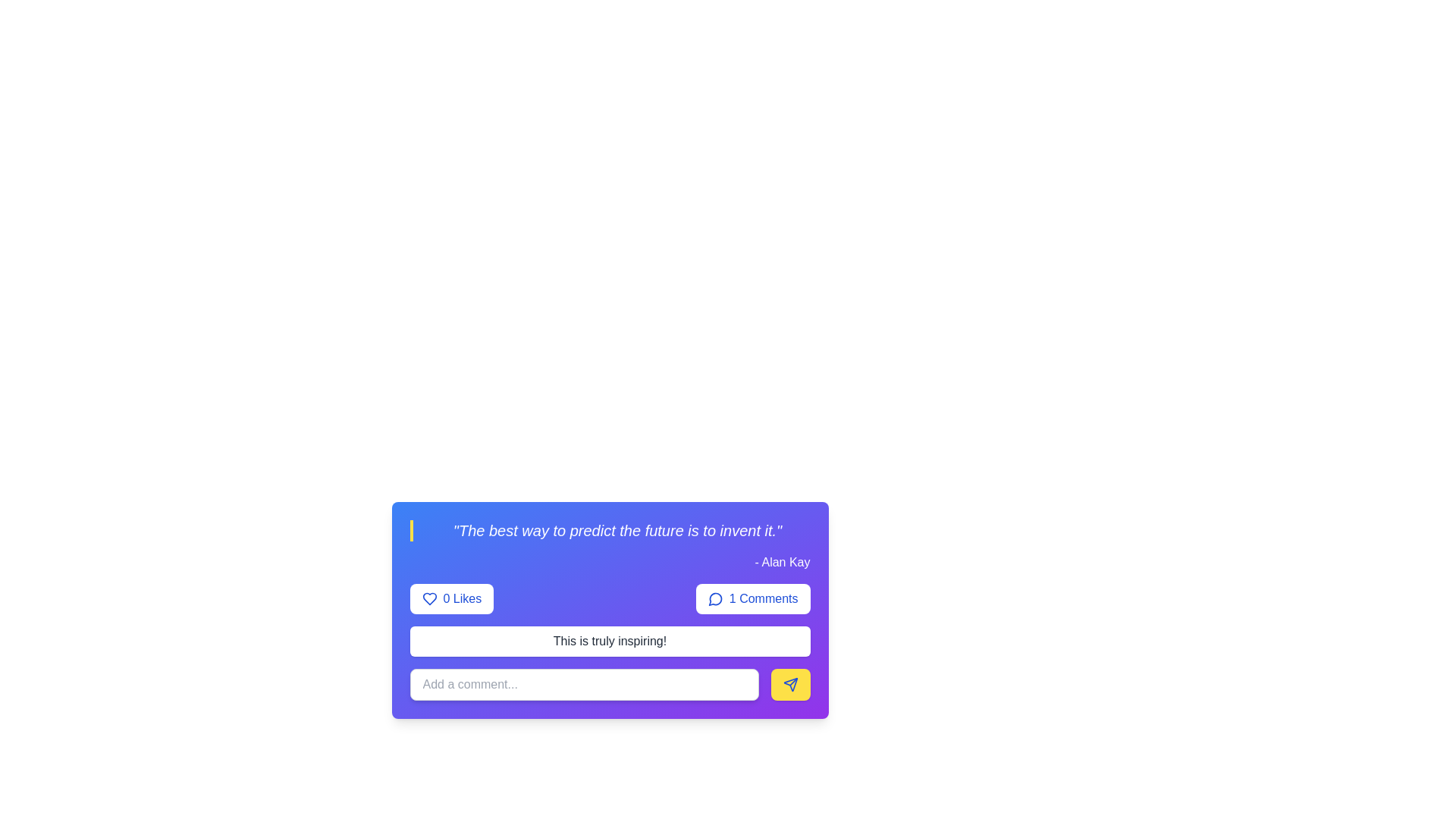 The height and width of the screenshot is (819, 1456). I want to click on the paper plane icon button with a yellow background and blue border in the bottom-right corner of the card interface to send a message, so click(789, 684).